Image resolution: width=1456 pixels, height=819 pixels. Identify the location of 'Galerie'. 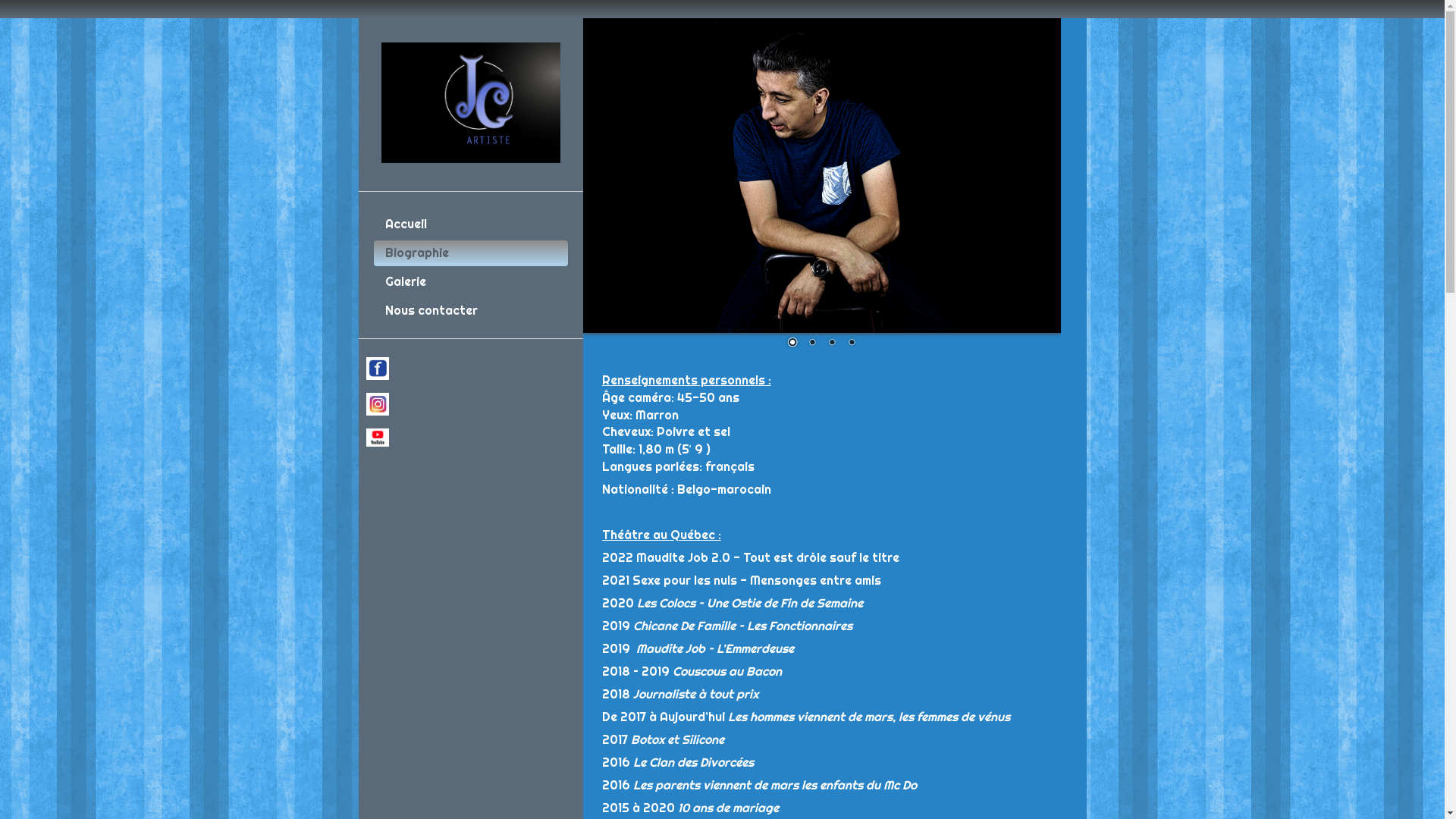
(469, 281).